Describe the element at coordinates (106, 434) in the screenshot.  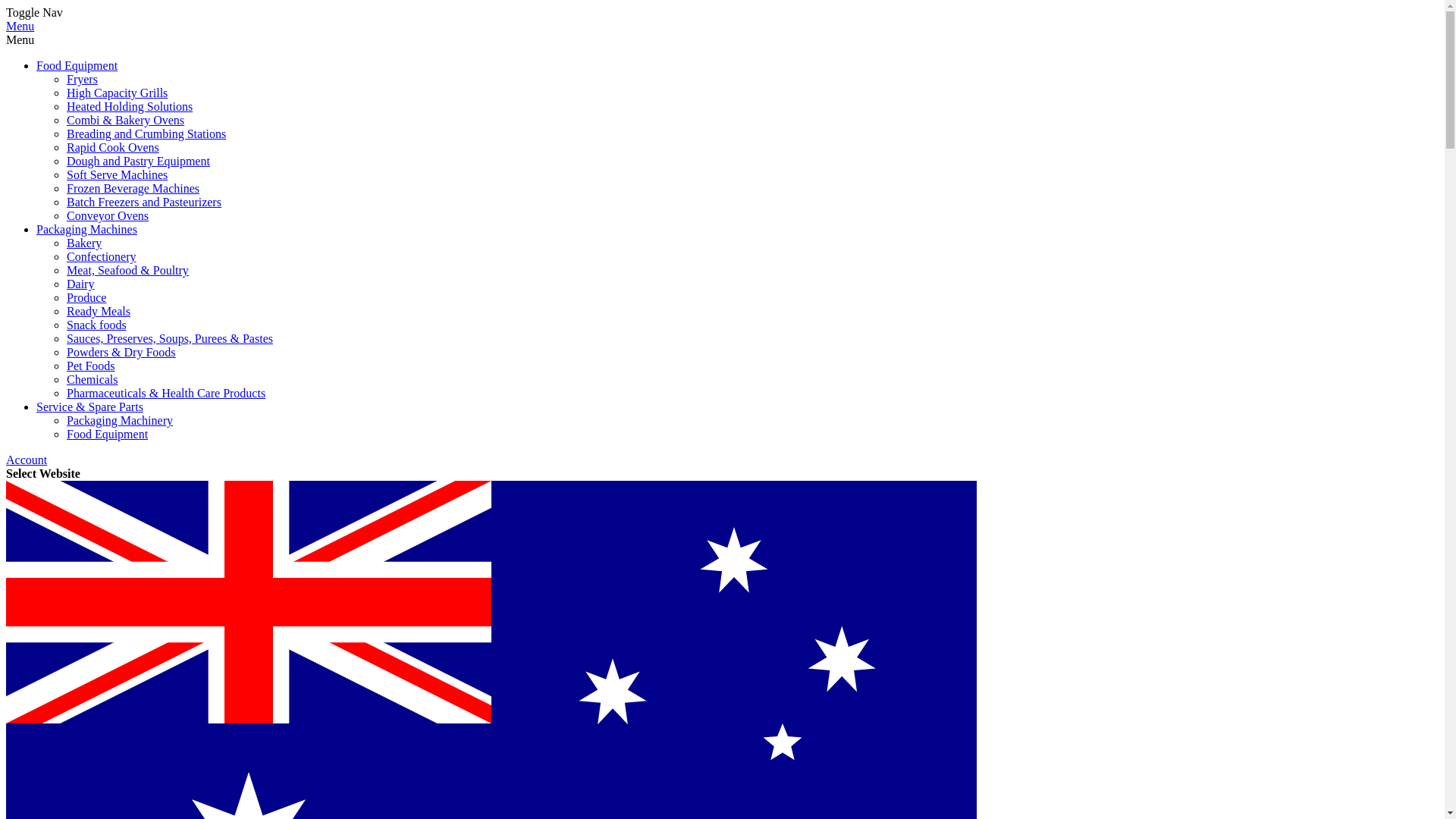
I see `'Food Equipment'` at that location.